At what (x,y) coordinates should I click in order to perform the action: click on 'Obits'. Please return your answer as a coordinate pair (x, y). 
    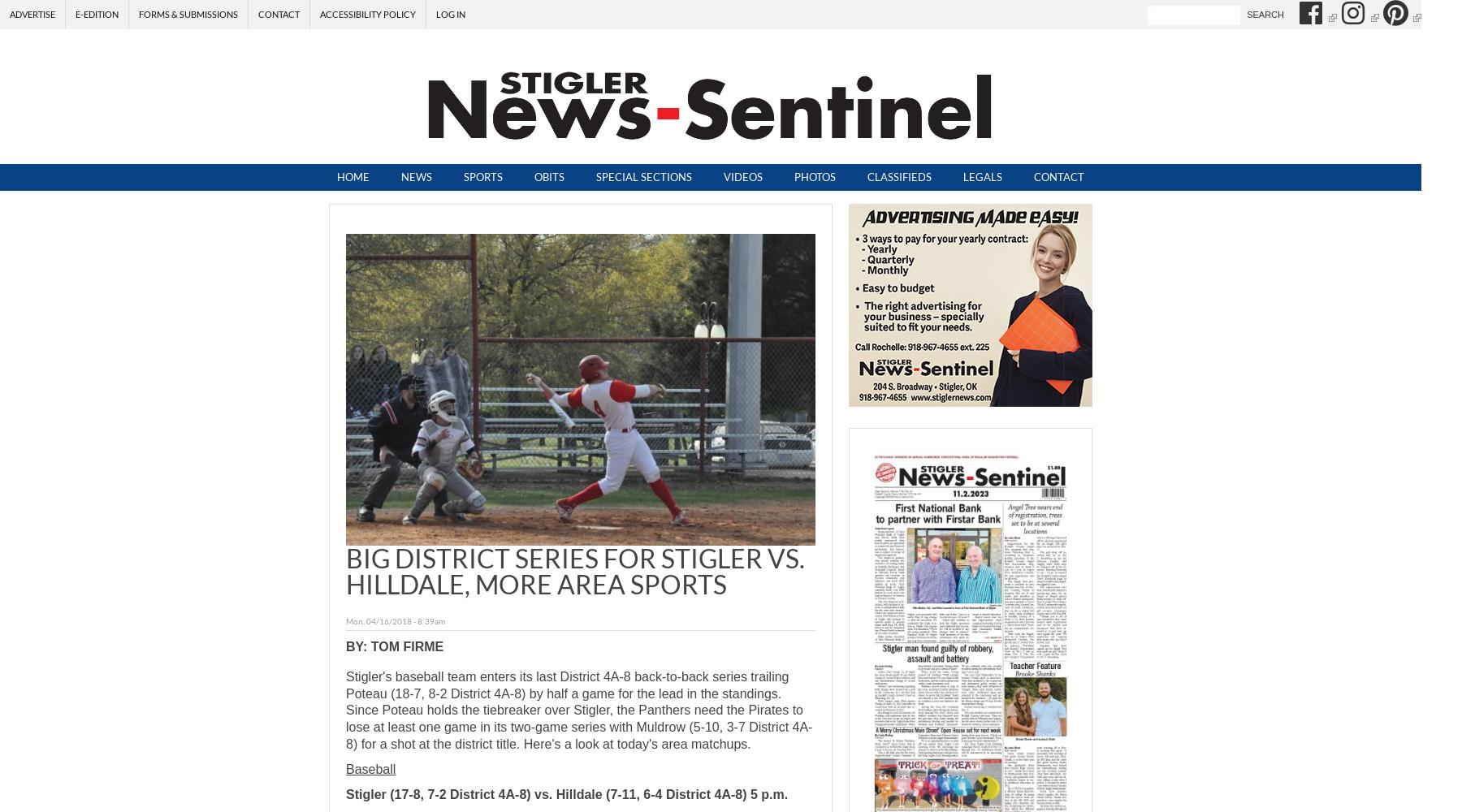
    Looking at the image, I should click on (548, 176).